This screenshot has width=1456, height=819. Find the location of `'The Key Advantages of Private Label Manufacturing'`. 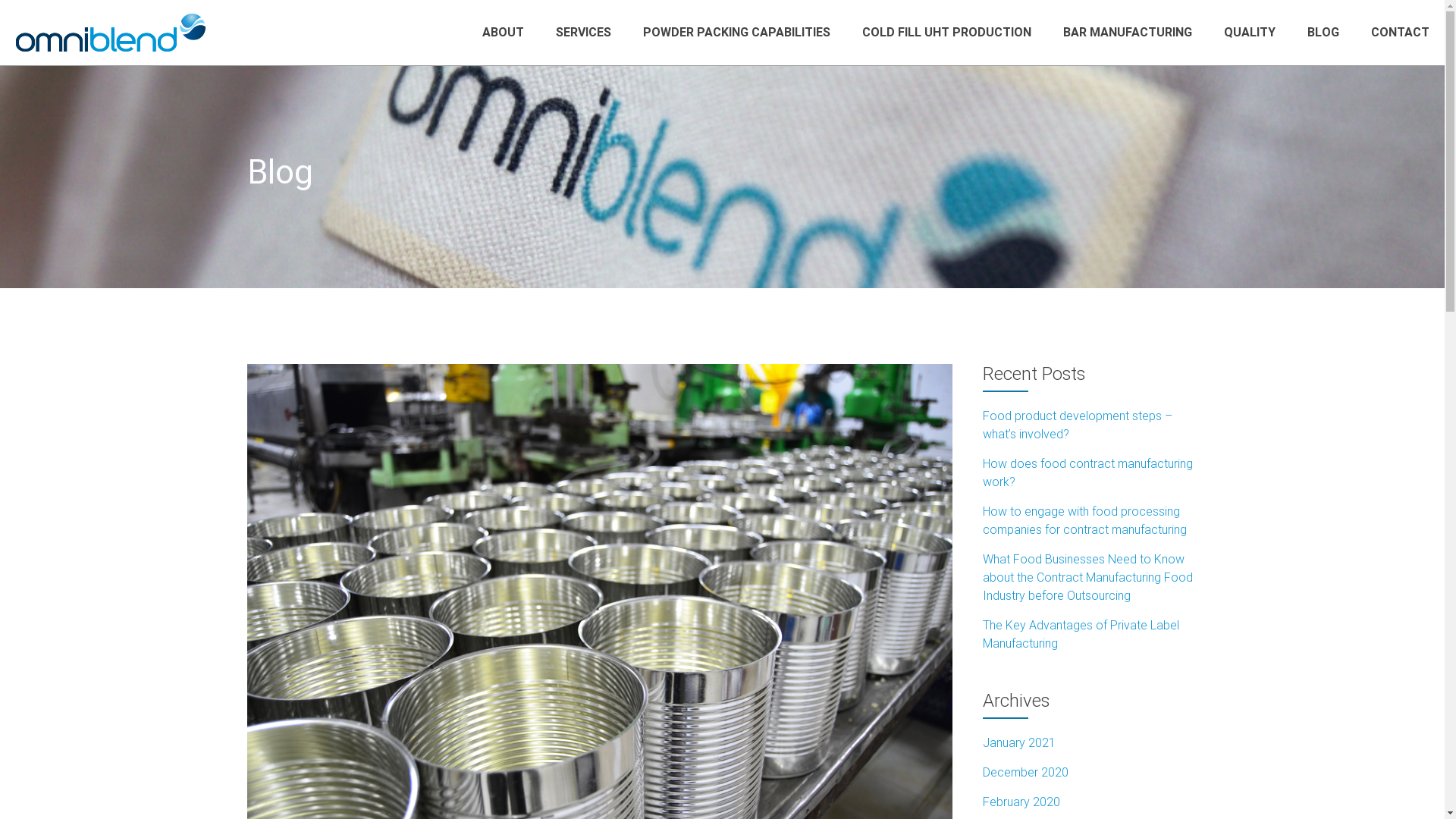

'The Key Advantages of Private Label Manufacturing' is located at coordinates (1080, 634).